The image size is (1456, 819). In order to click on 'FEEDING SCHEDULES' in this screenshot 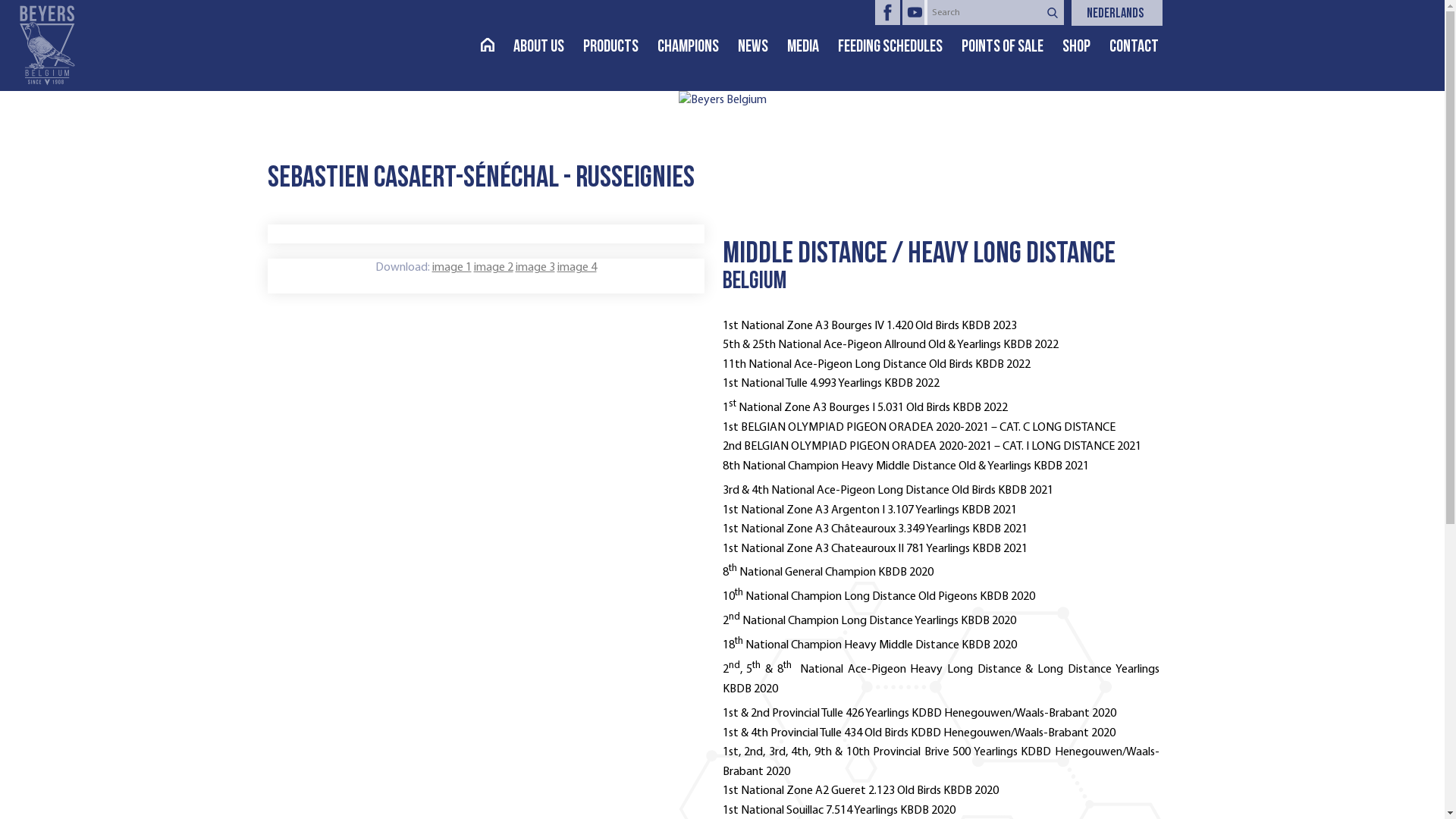, I will do `click(836, 46)`.